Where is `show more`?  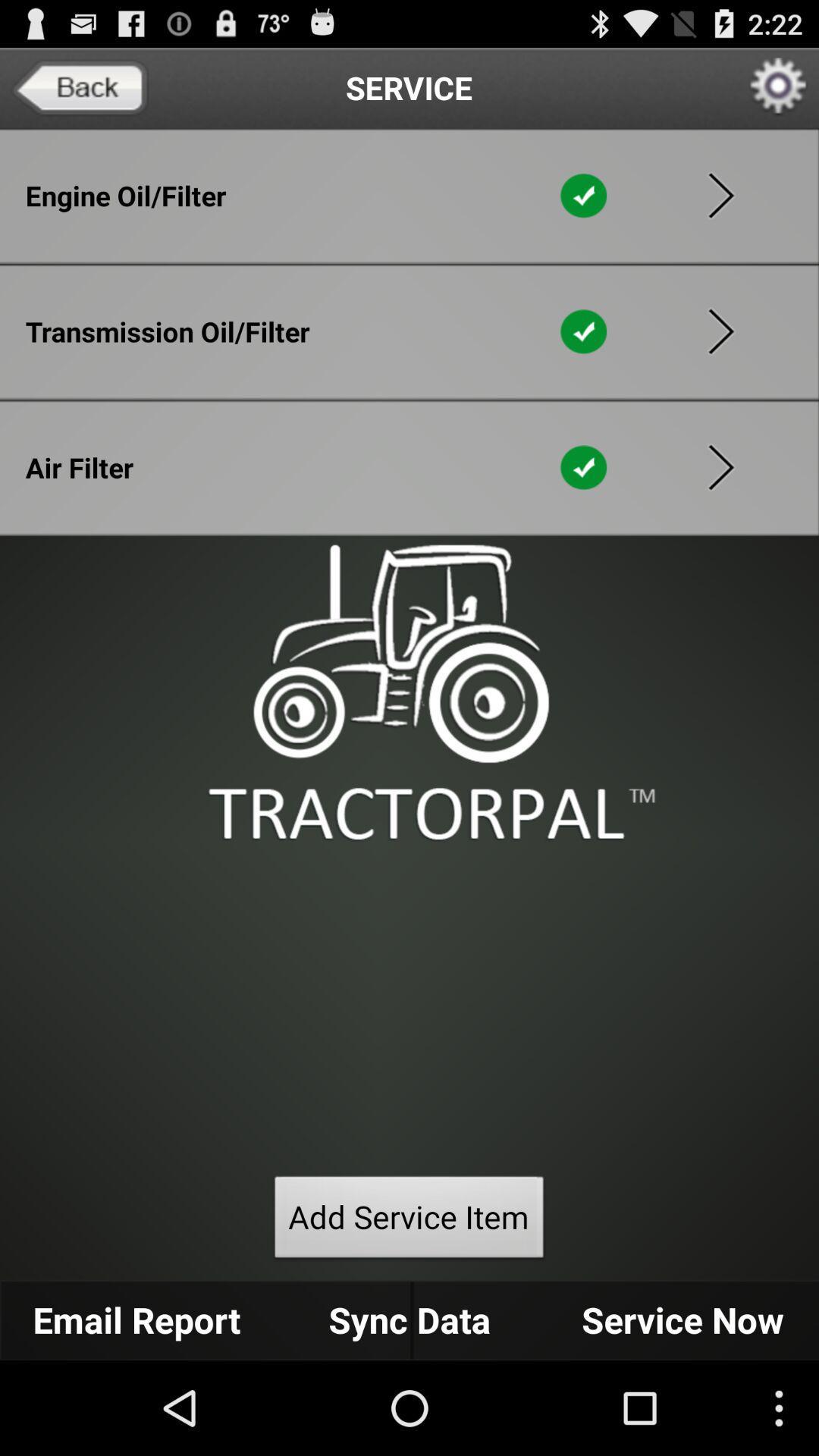
show more is located at coordinates (720, 331).